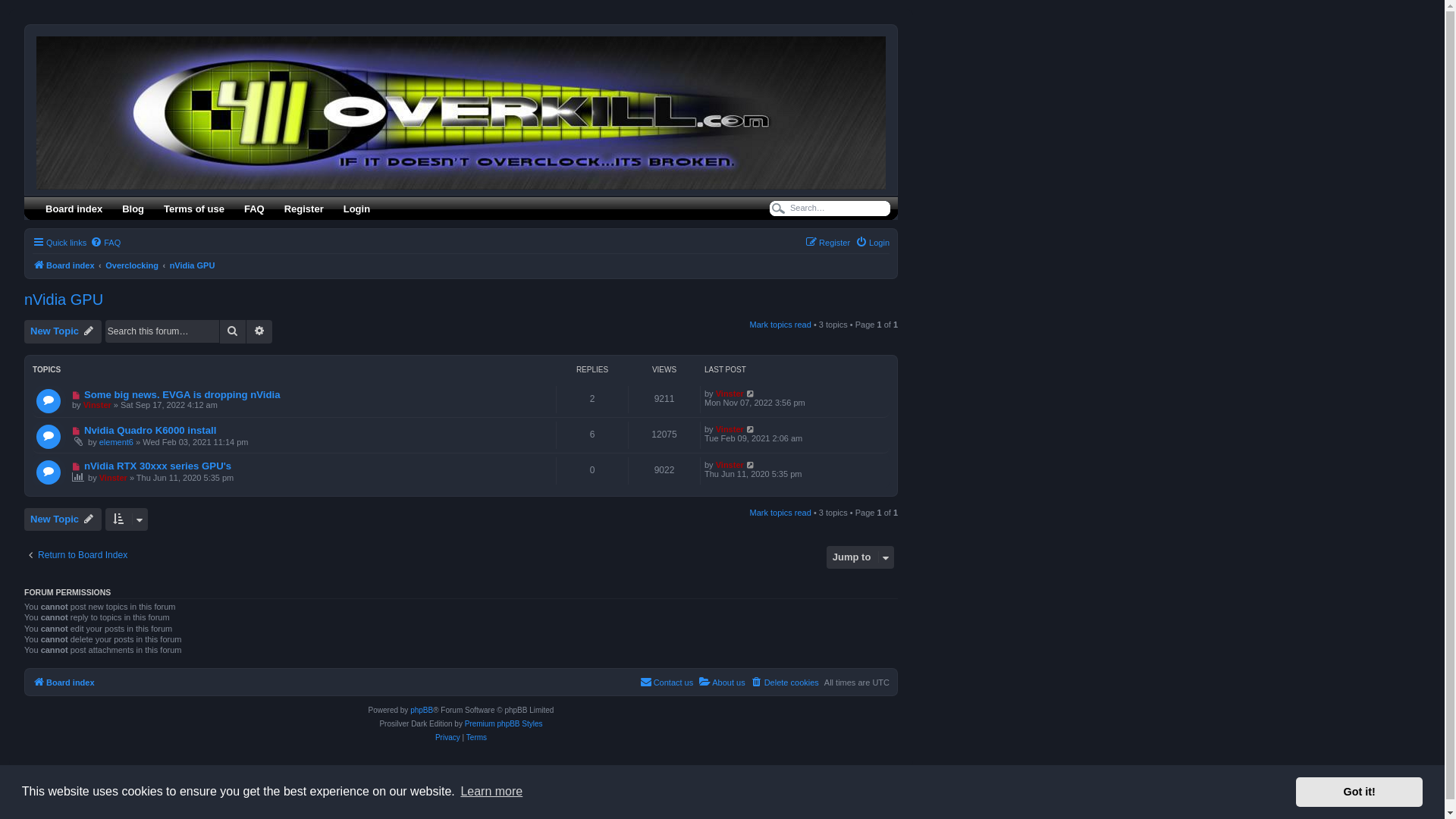 The image size is (1456, 819). What do you see at coordinates (491, 791) in the screenshot?
I see `'Learn more'` at bounding box center [491, 791].